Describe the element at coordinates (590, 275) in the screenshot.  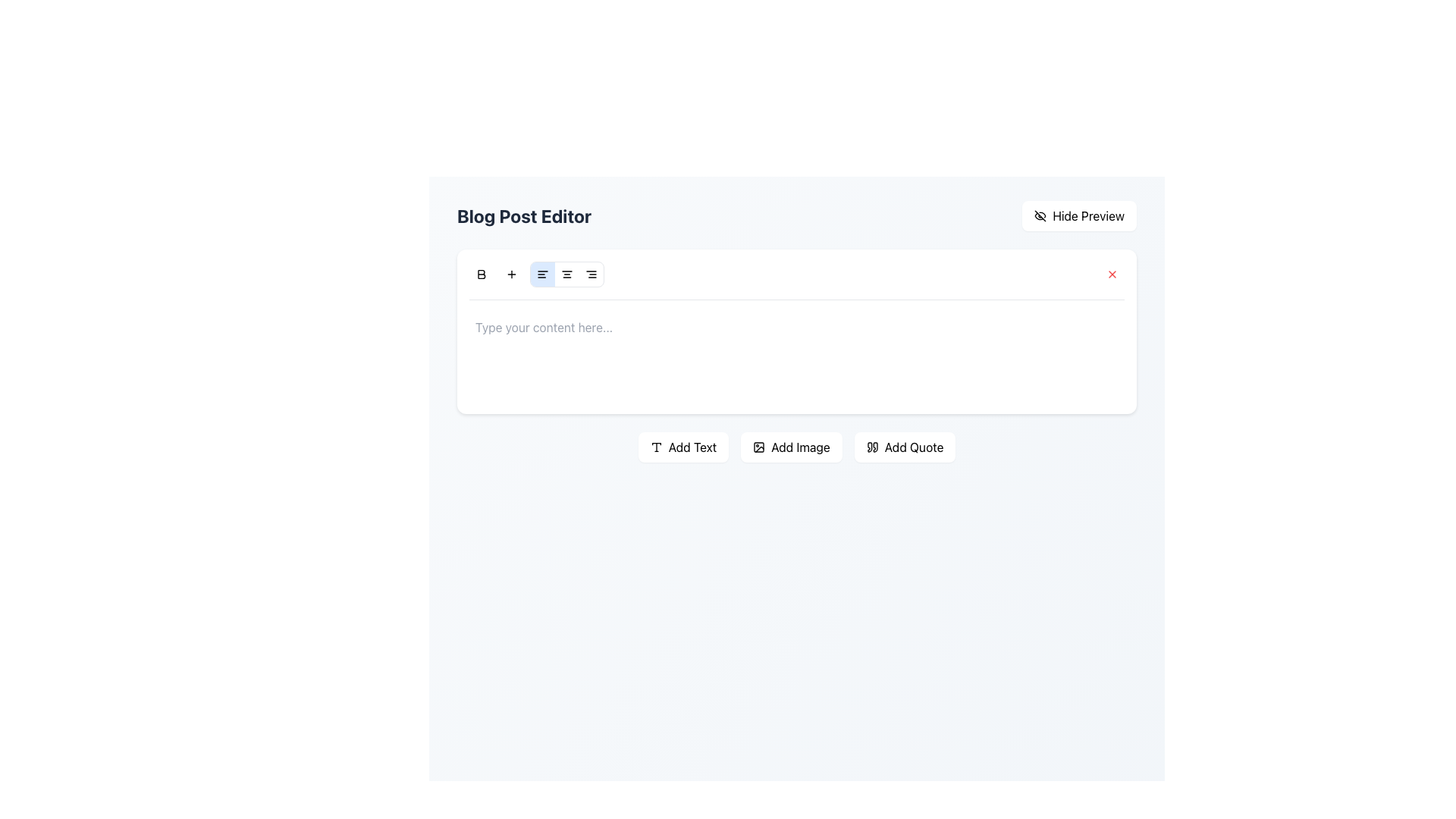
I see `the third button in the horizontal toolbar of four formatting buttons` at that location.